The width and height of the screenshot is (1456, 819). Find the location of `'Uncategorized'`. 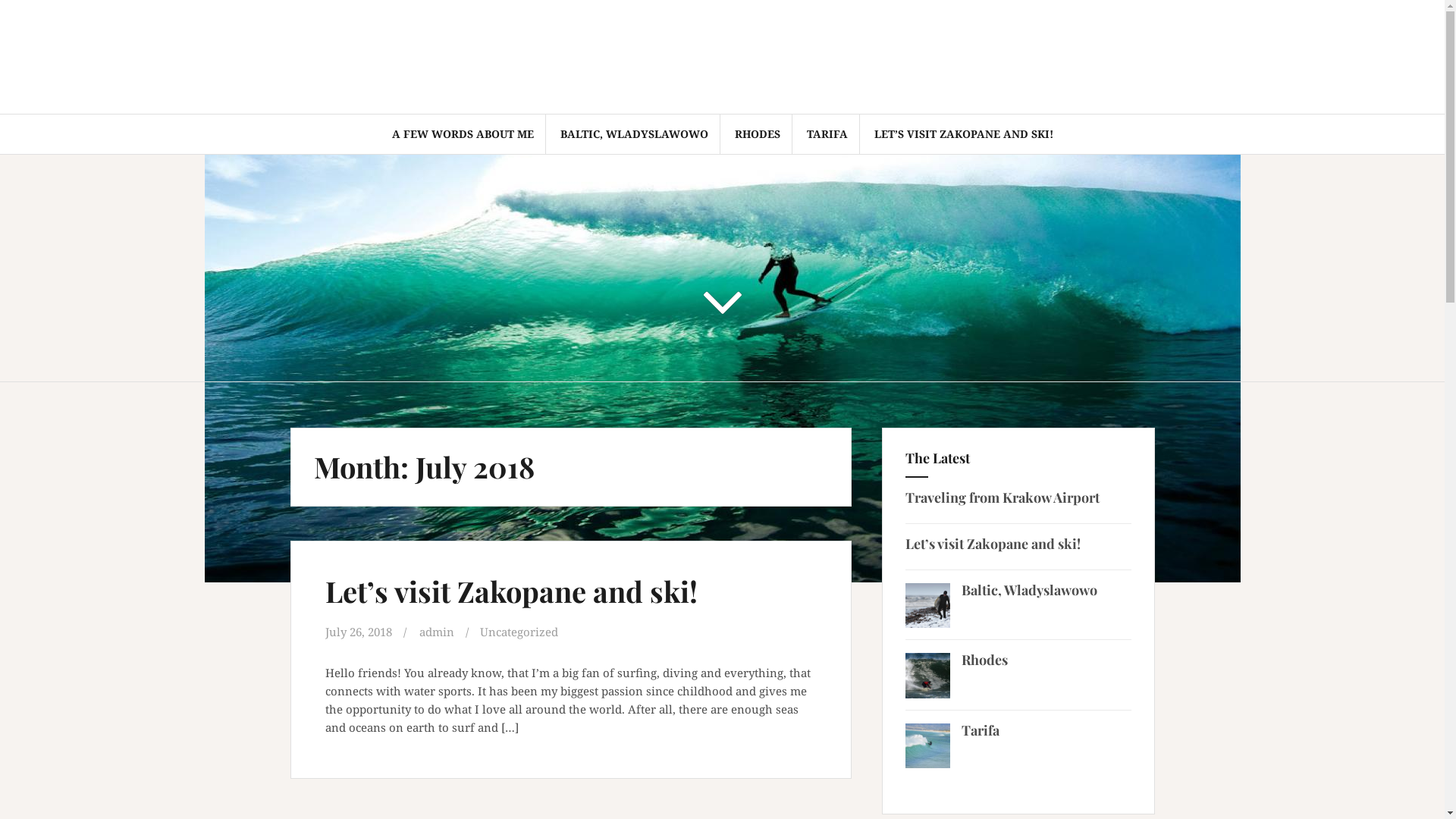

'Uncategorized' is located at coordinates (479, 632).